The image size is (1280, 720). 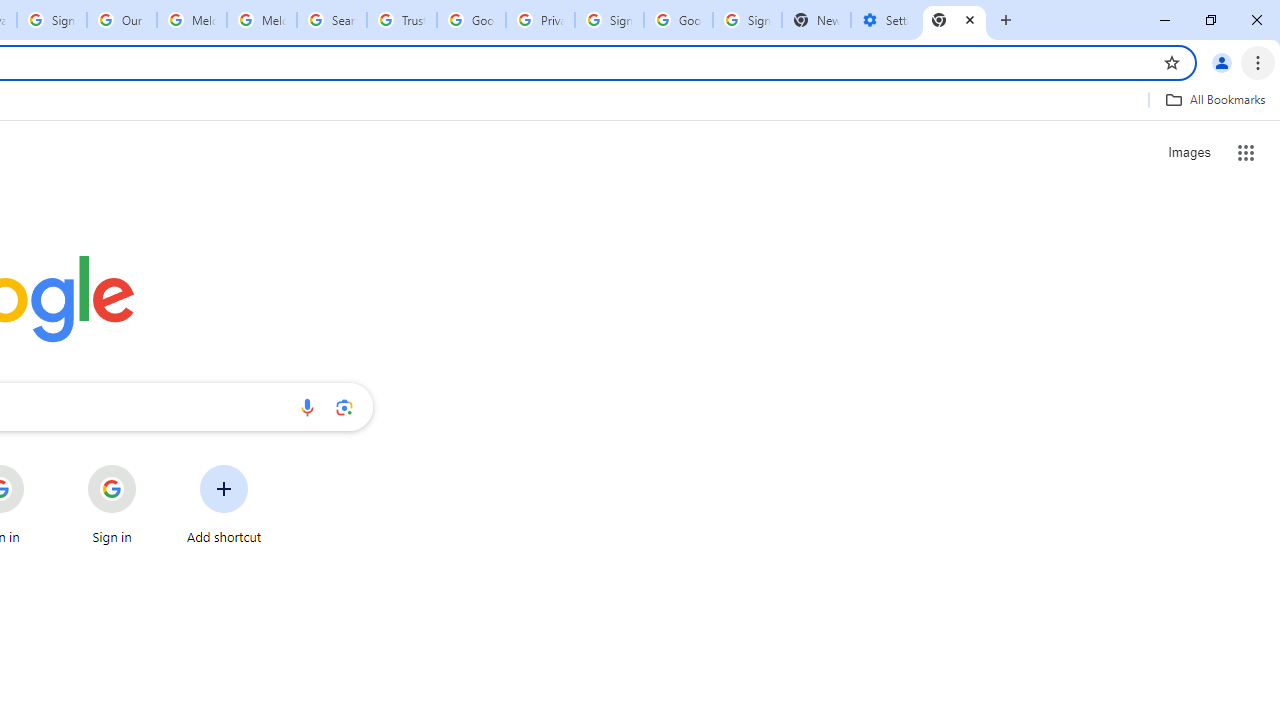 What do you see at coordinates (332, 20) in the screenshot?
I see `'Search our Doodle Library Collection - Google Doodles'` at bounding box center [332, 20].